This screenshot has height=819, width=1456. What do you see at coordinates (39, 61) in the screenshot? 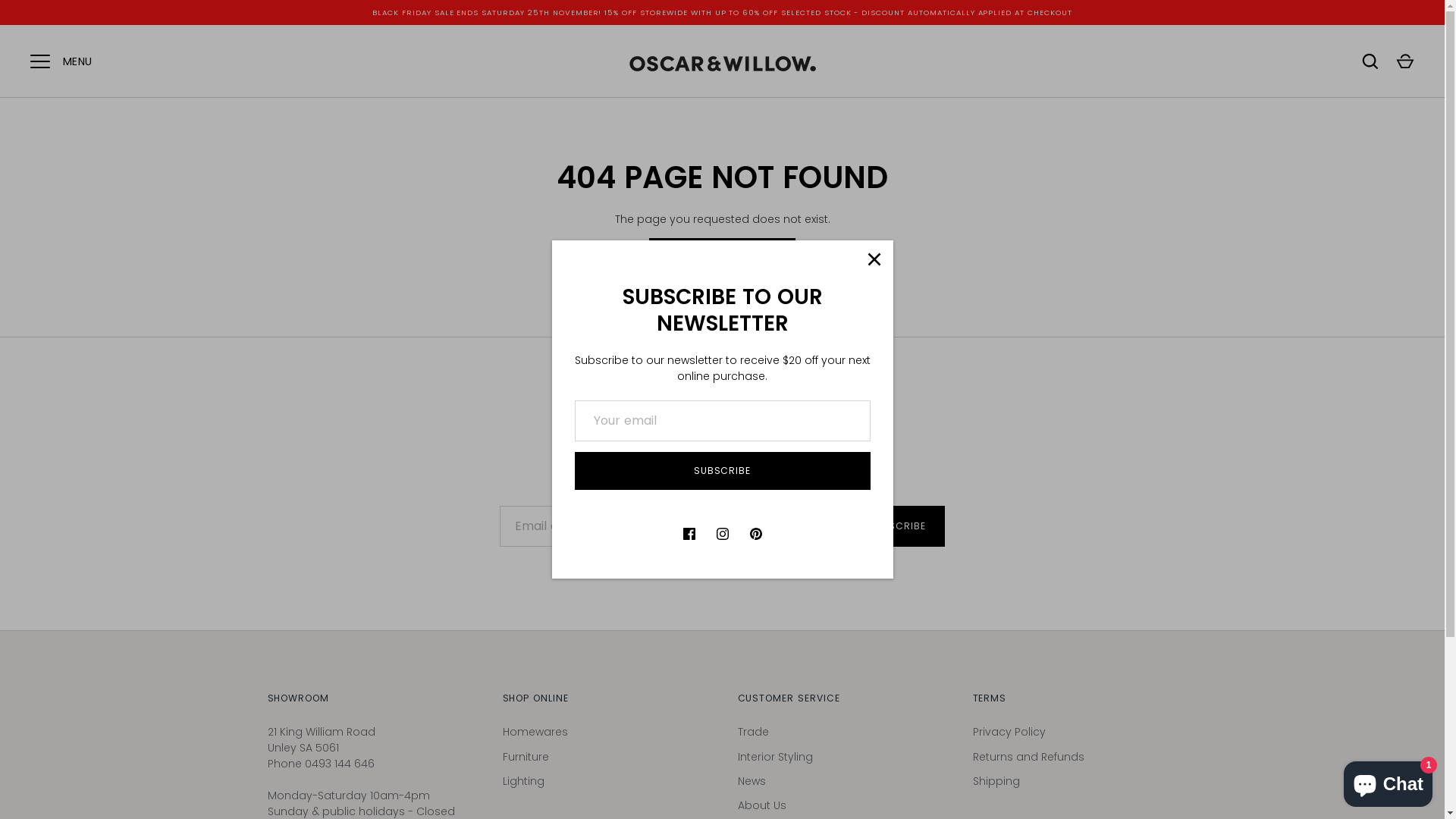
I see `'MENU'` at bounding box center [39, 61].